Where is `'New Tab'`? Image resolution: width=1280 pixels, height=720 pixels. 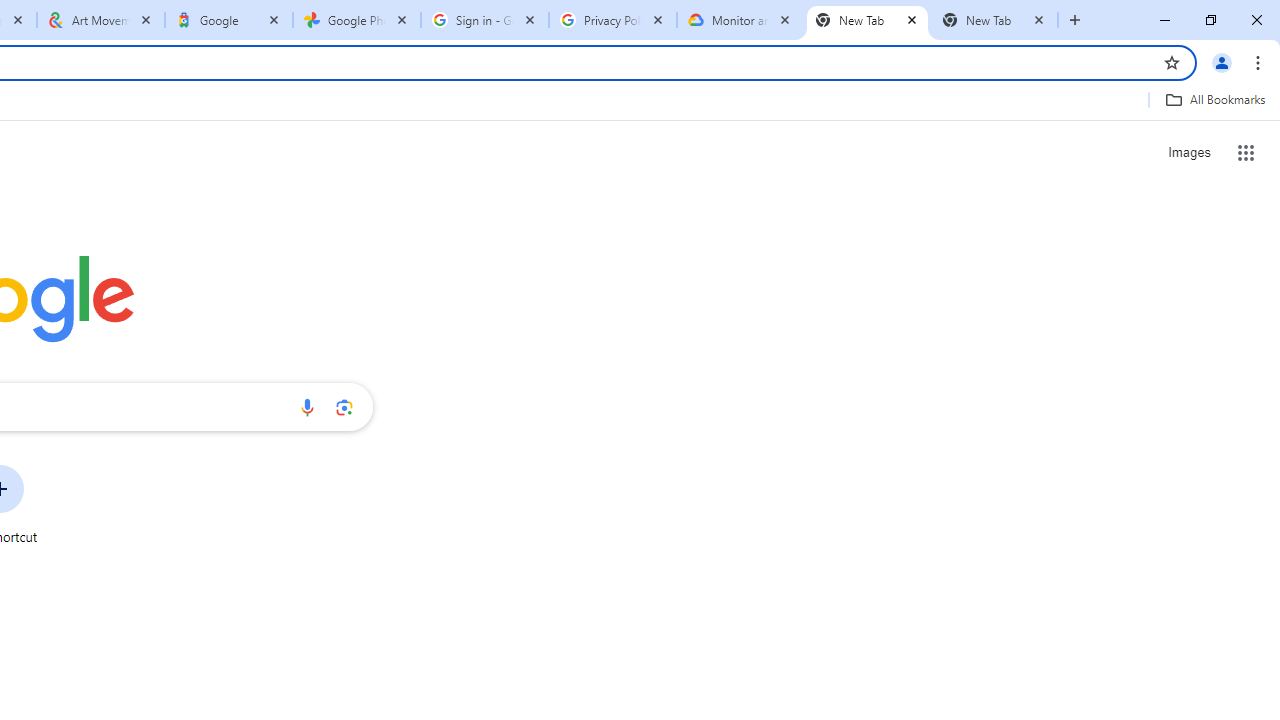 'New Tab' is located at coordinates (867, 20).